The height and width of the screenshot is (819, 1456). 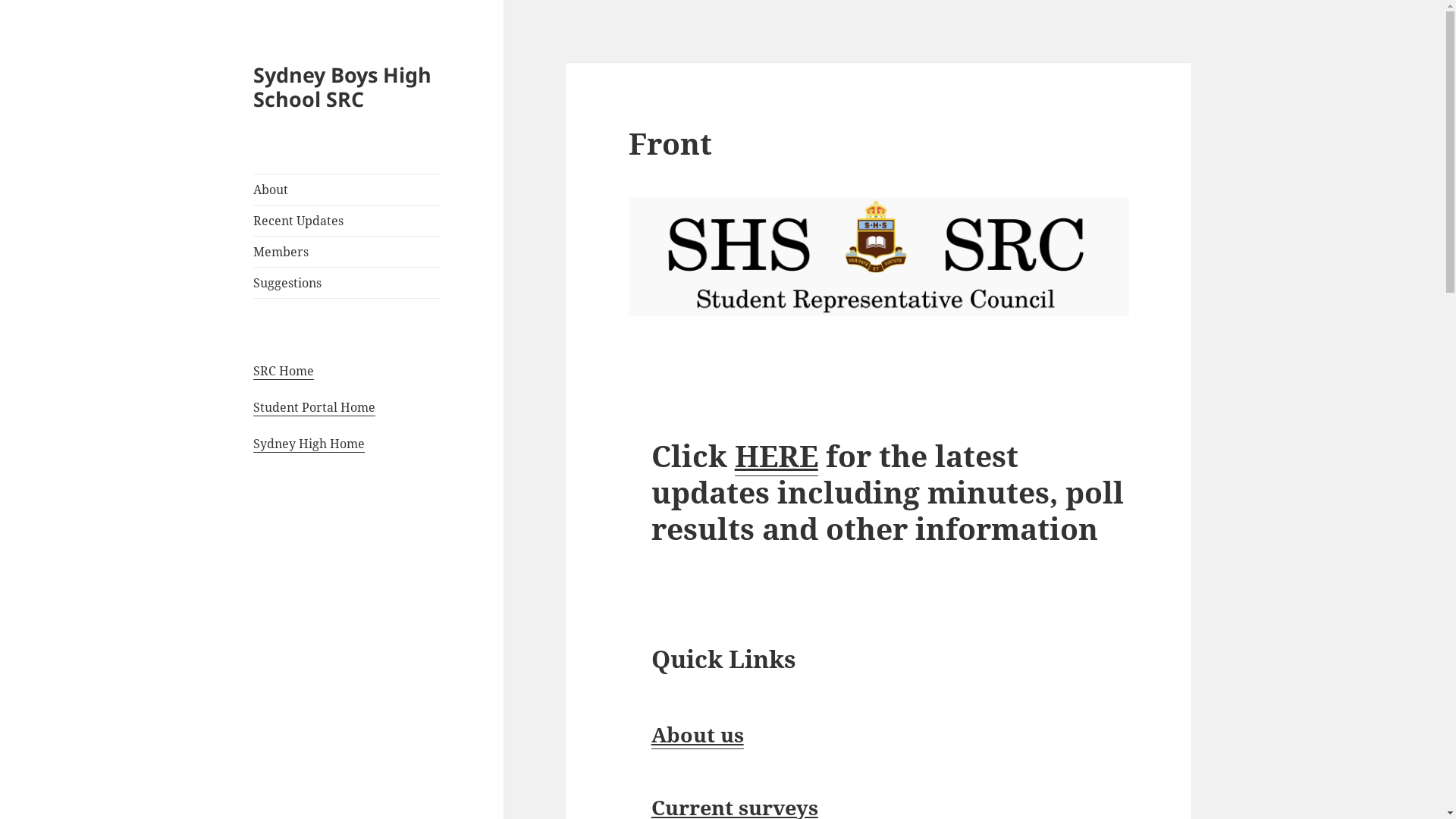 I want to click on 'SRC Home', so click(x=284, y=371).